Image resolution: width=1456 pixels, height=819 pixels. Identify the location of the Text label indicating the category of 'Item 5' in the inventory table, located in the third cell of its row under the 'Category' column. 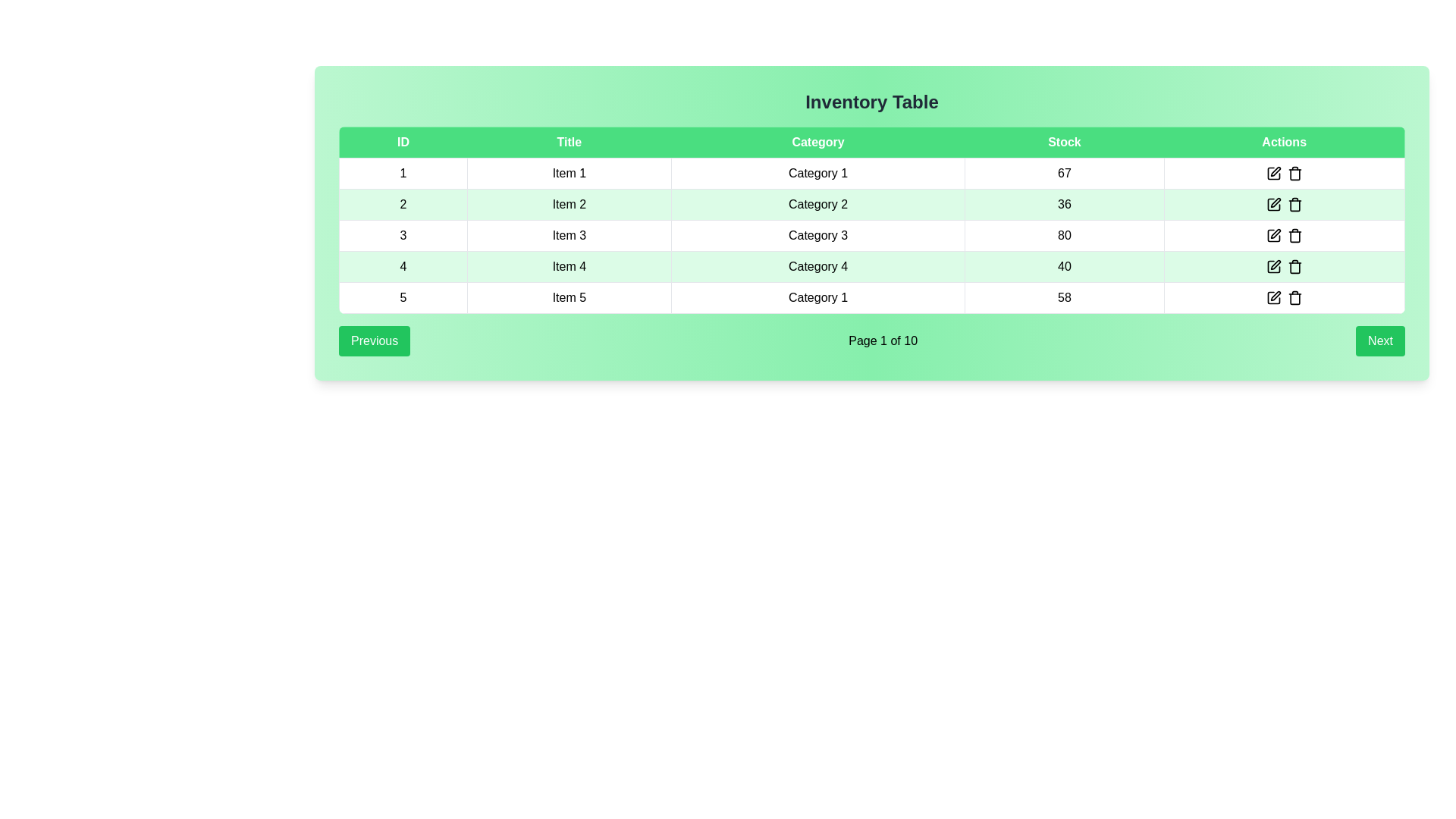
(817, 298).